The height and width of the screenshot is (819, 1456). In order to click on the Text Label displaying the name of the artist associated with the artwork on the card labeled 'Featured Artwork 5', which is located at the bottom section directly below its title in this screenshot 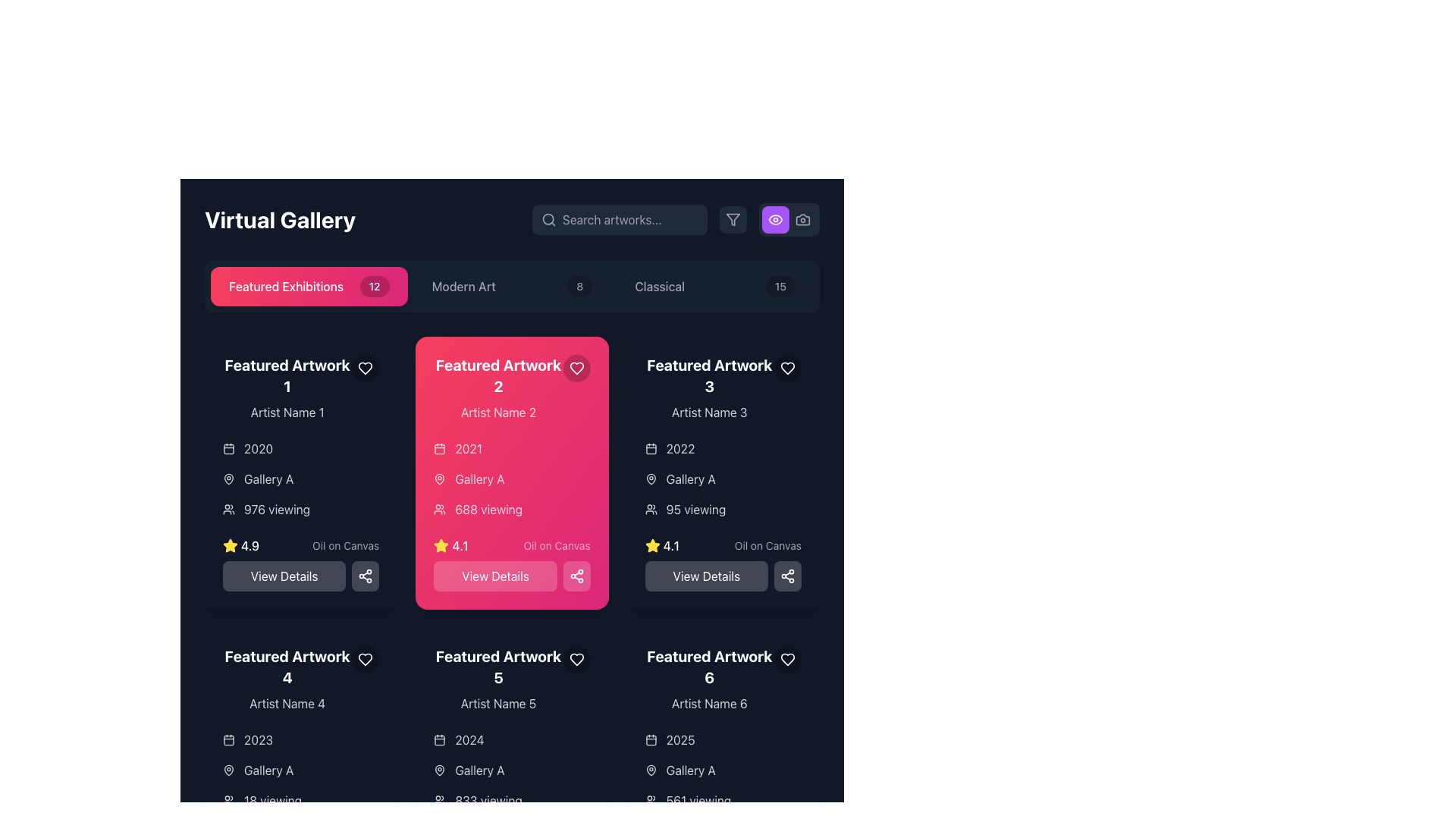, I will do `click(498, 704)`.